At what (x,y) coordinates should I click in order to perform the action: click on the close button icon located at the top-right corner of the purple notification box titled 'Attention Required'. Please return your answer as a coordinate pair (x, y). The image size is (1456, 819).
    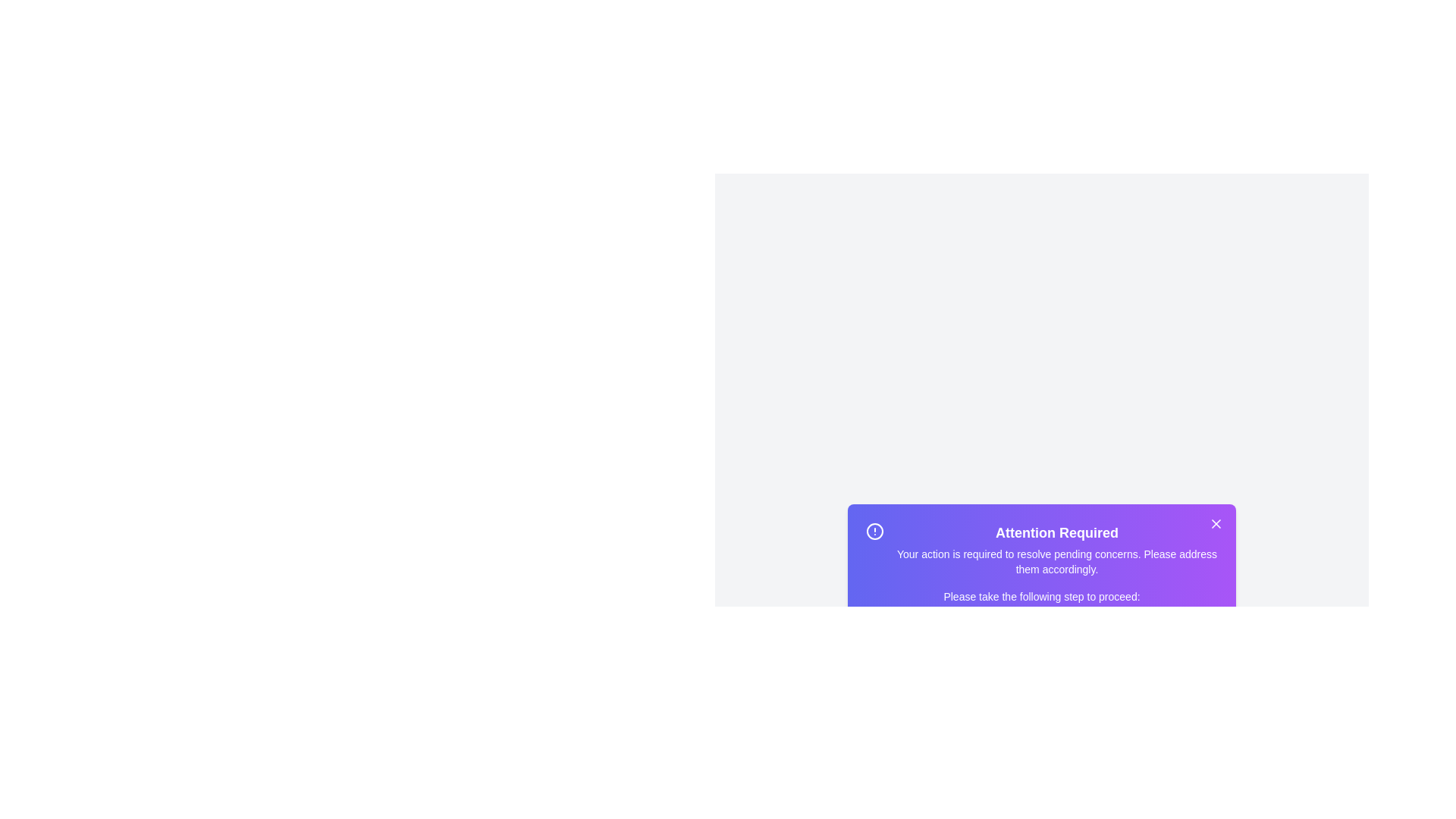
    Looking at the image, I should click on (1216, 522).